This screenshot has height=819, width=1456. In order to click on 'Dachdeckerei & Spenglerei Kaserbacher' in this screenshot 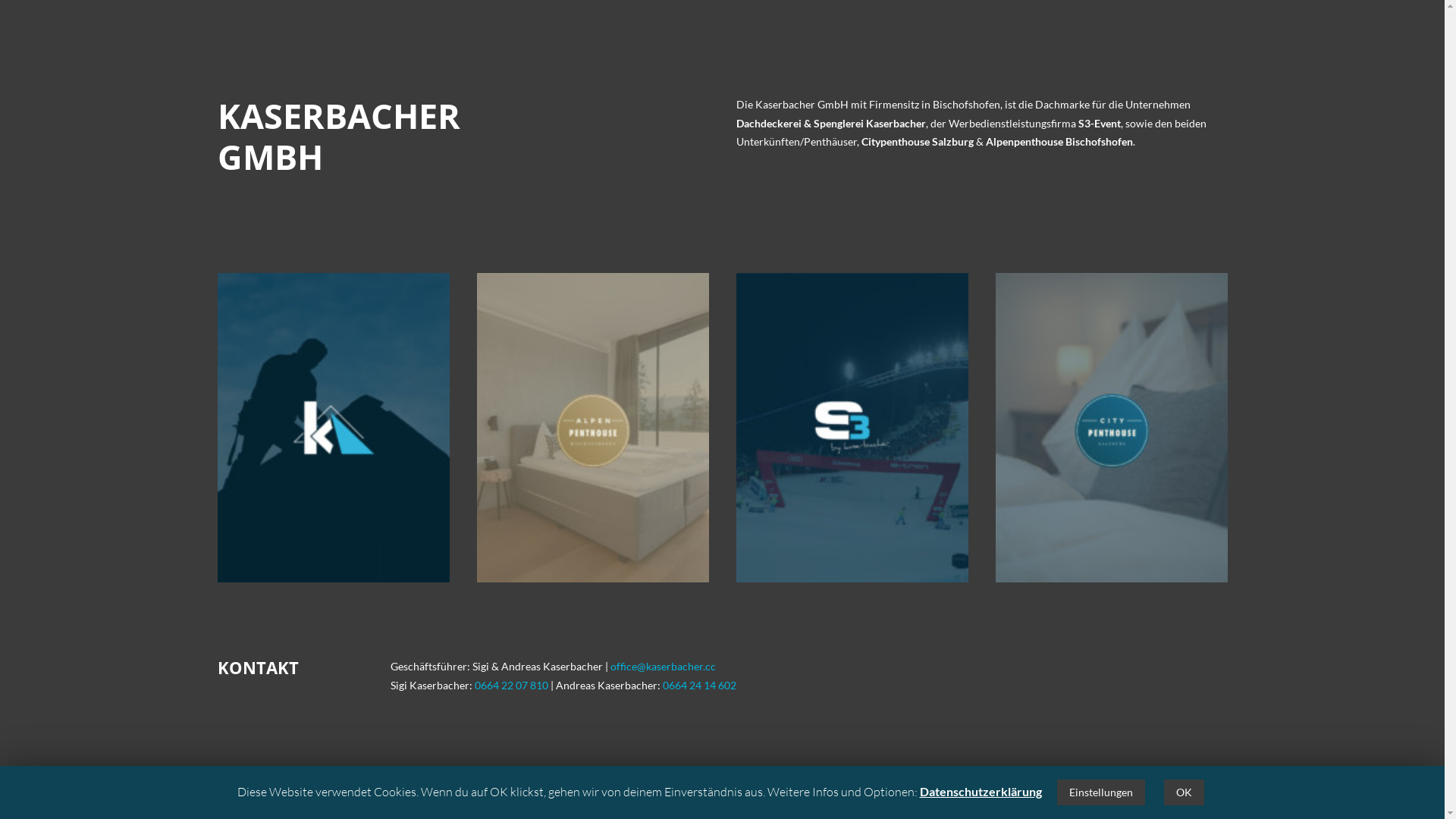, I will do `click(829, 122)`.